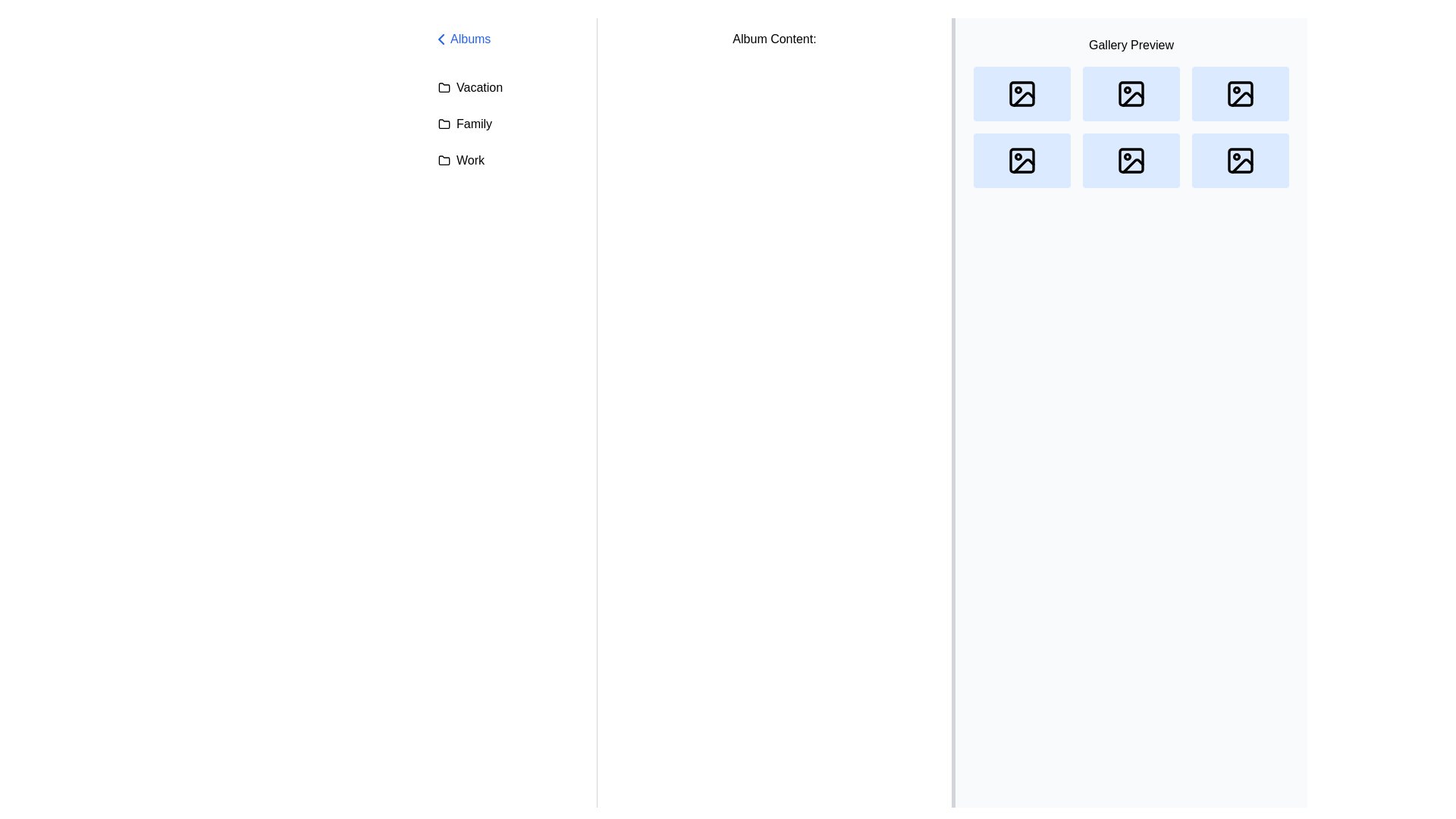 The image size is (1456, 819). What do you see at coordinates (508, 38) in the screenshot?
I see `the button located at the top of the left column, above the items 'Vacation', 'Family', and 'Work'` at bounding box center [508, 38].